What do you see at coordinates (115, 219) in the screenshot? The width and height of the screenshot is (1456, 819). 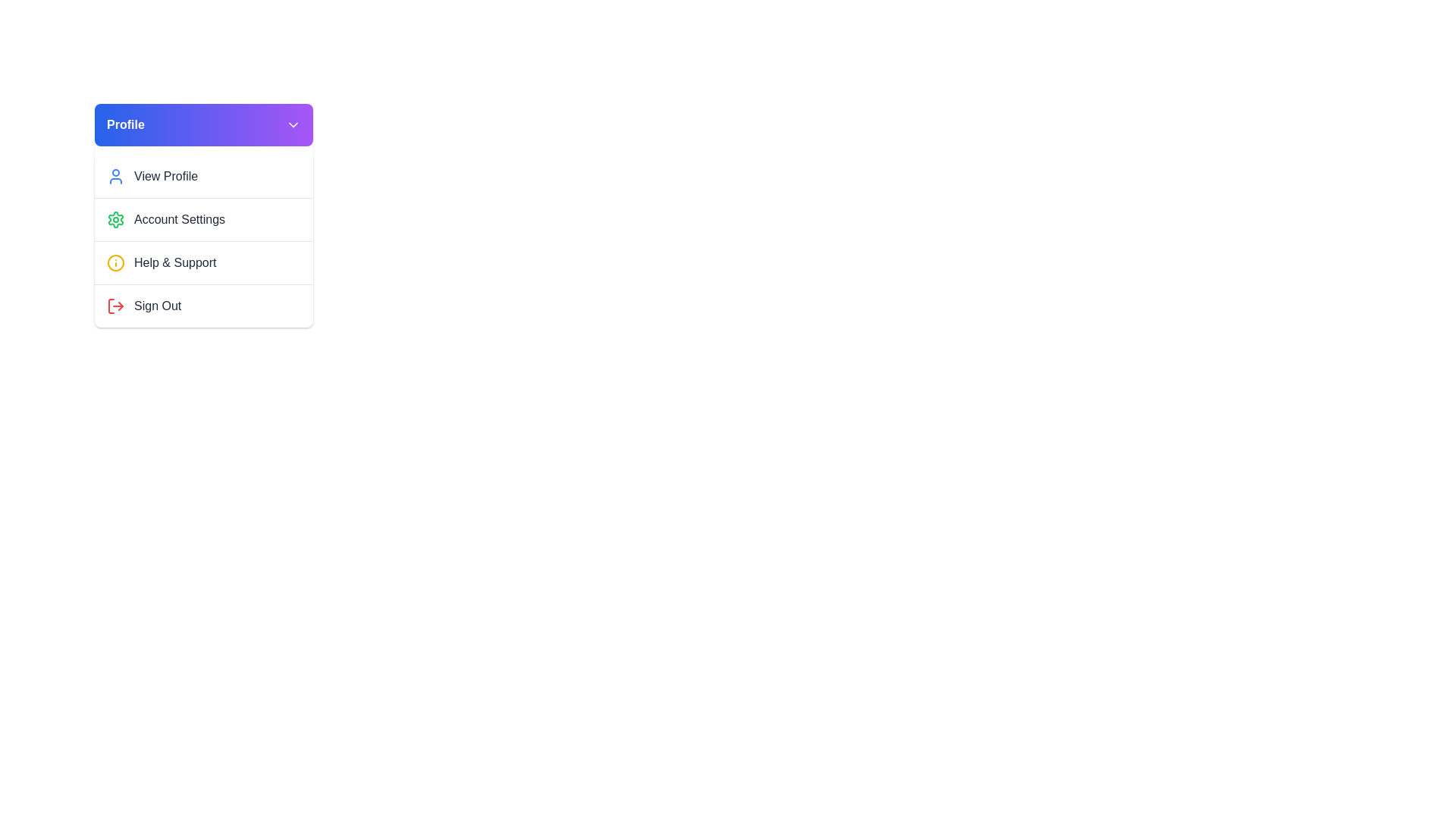 I see `the settings icon located to the left of the 'Account Settings' text in the Profile menu, which is the second item in the list` at bounding box center [115, 219].